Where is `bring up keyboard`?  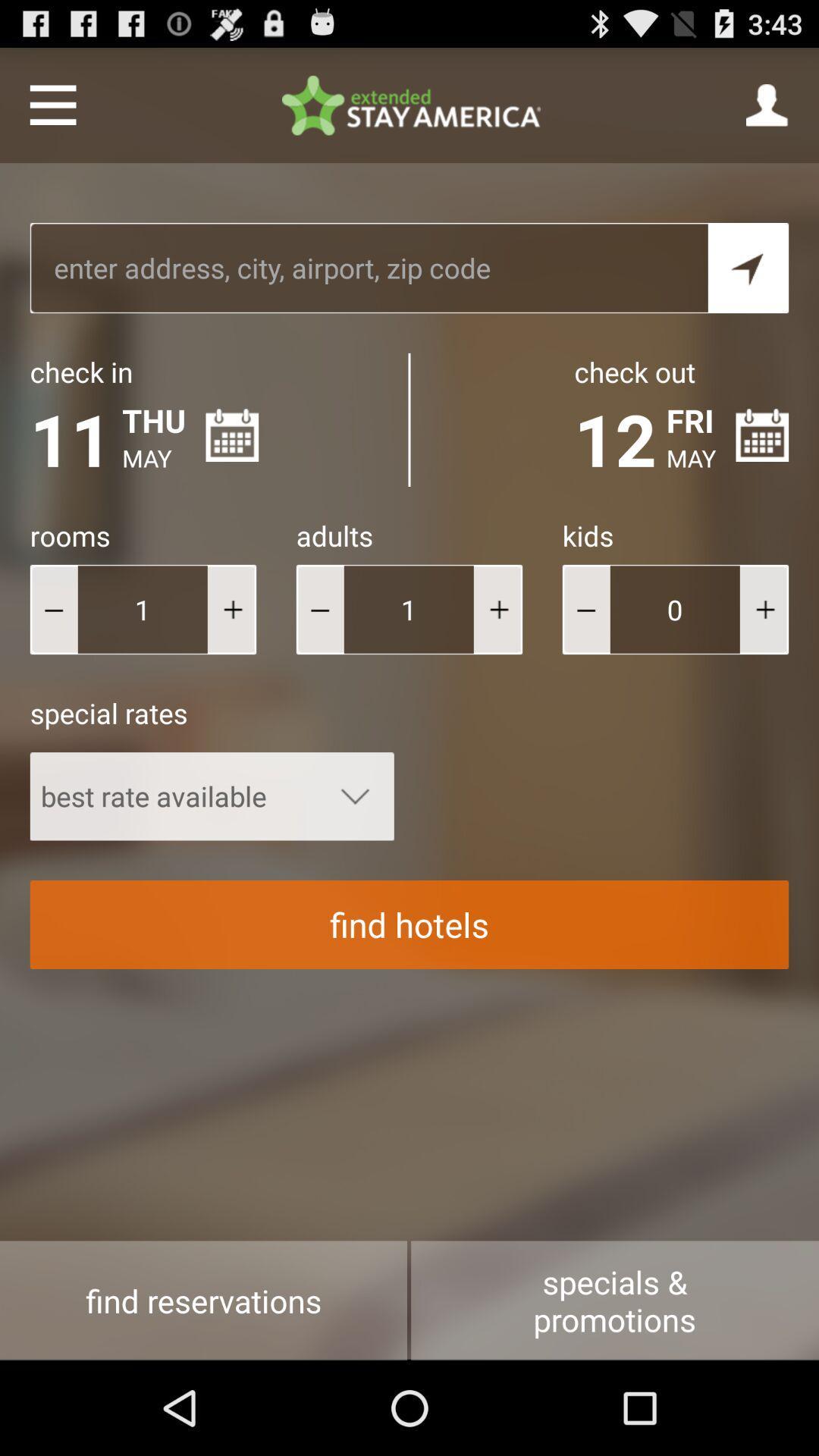
bring up keyboard is located at coordinates (369, 268).